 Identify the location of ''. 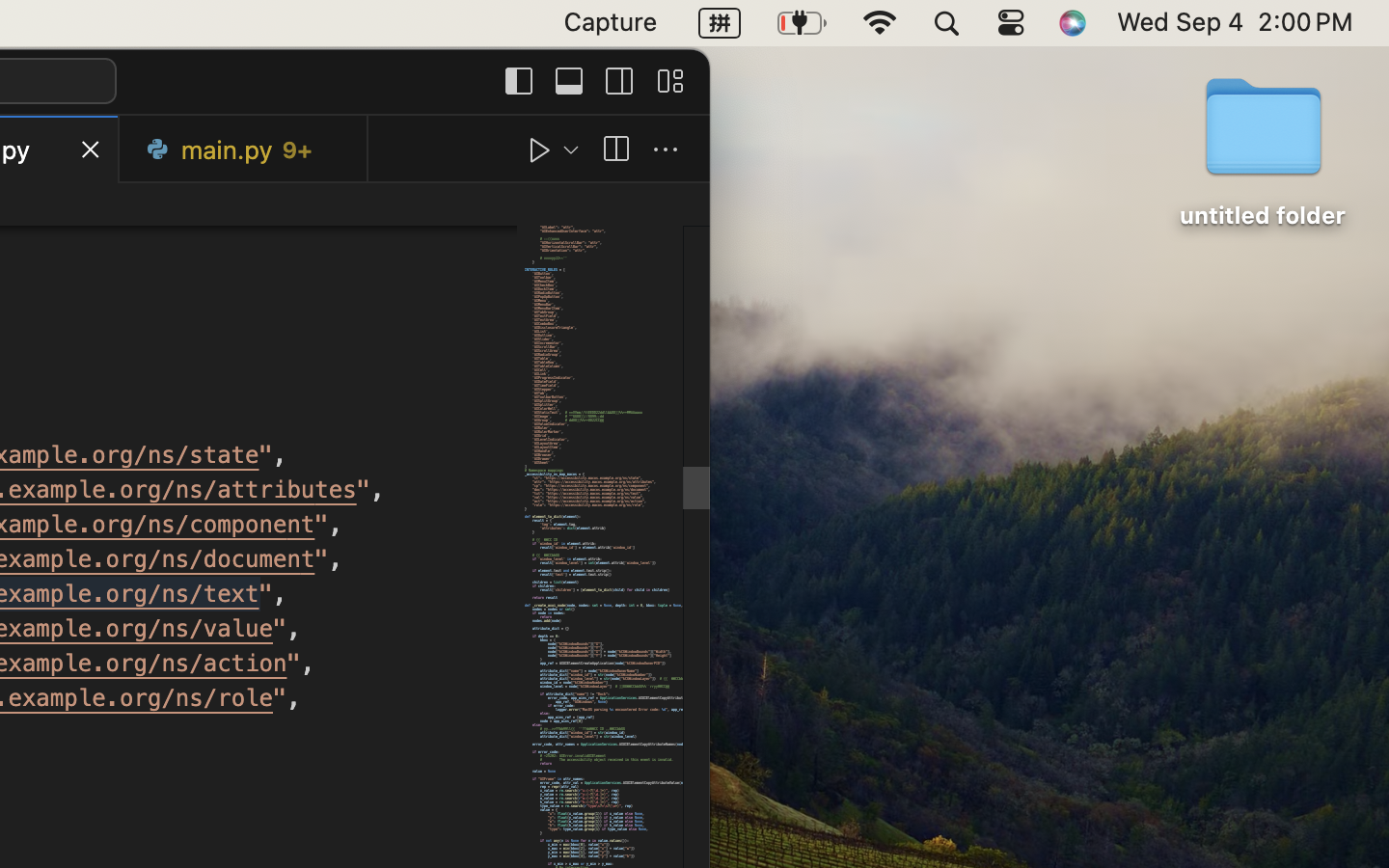
(614, 149).